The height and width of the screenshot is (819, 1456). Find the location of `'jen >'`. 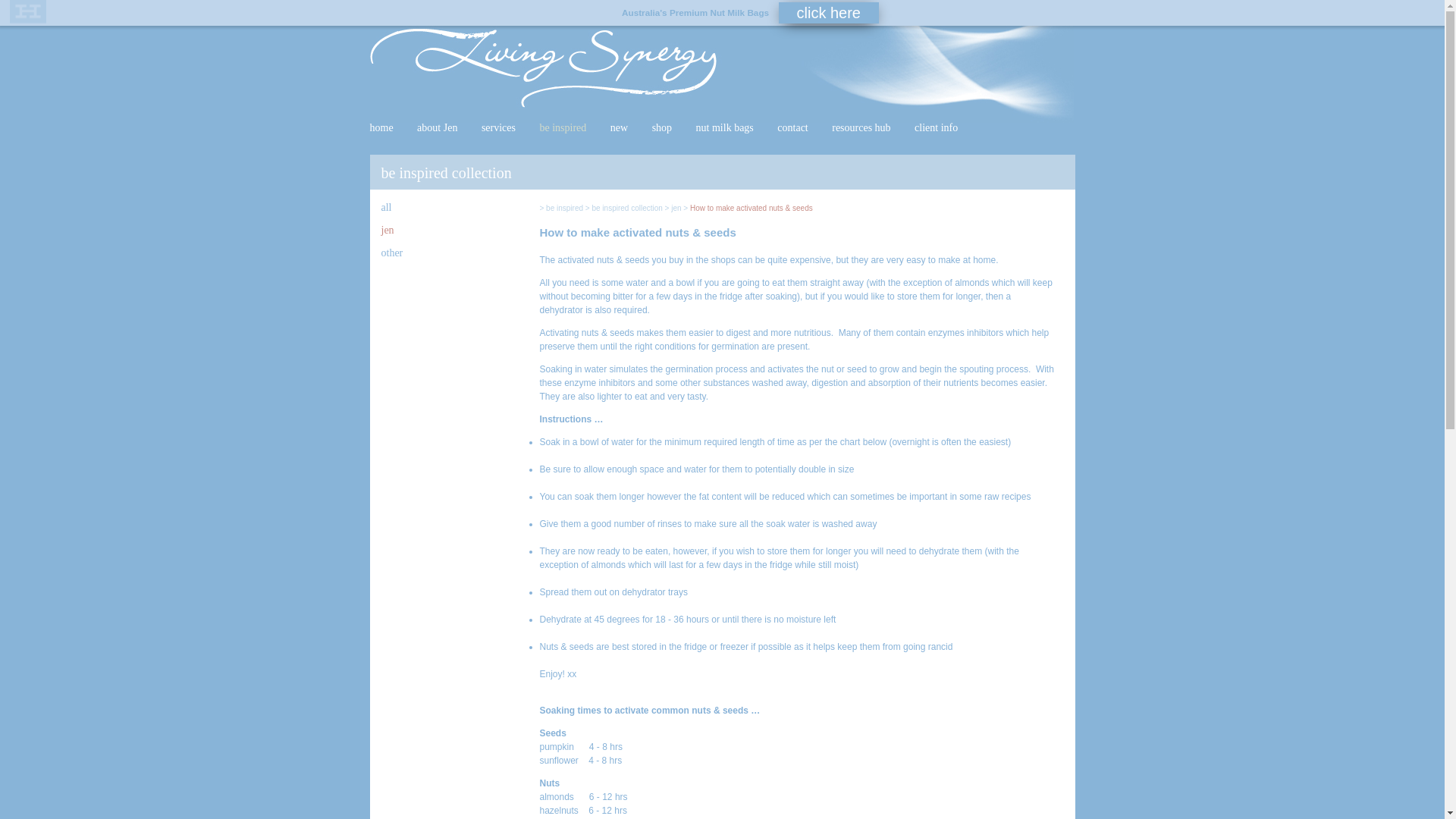

'jen >' is located at coordinates (679, 208).